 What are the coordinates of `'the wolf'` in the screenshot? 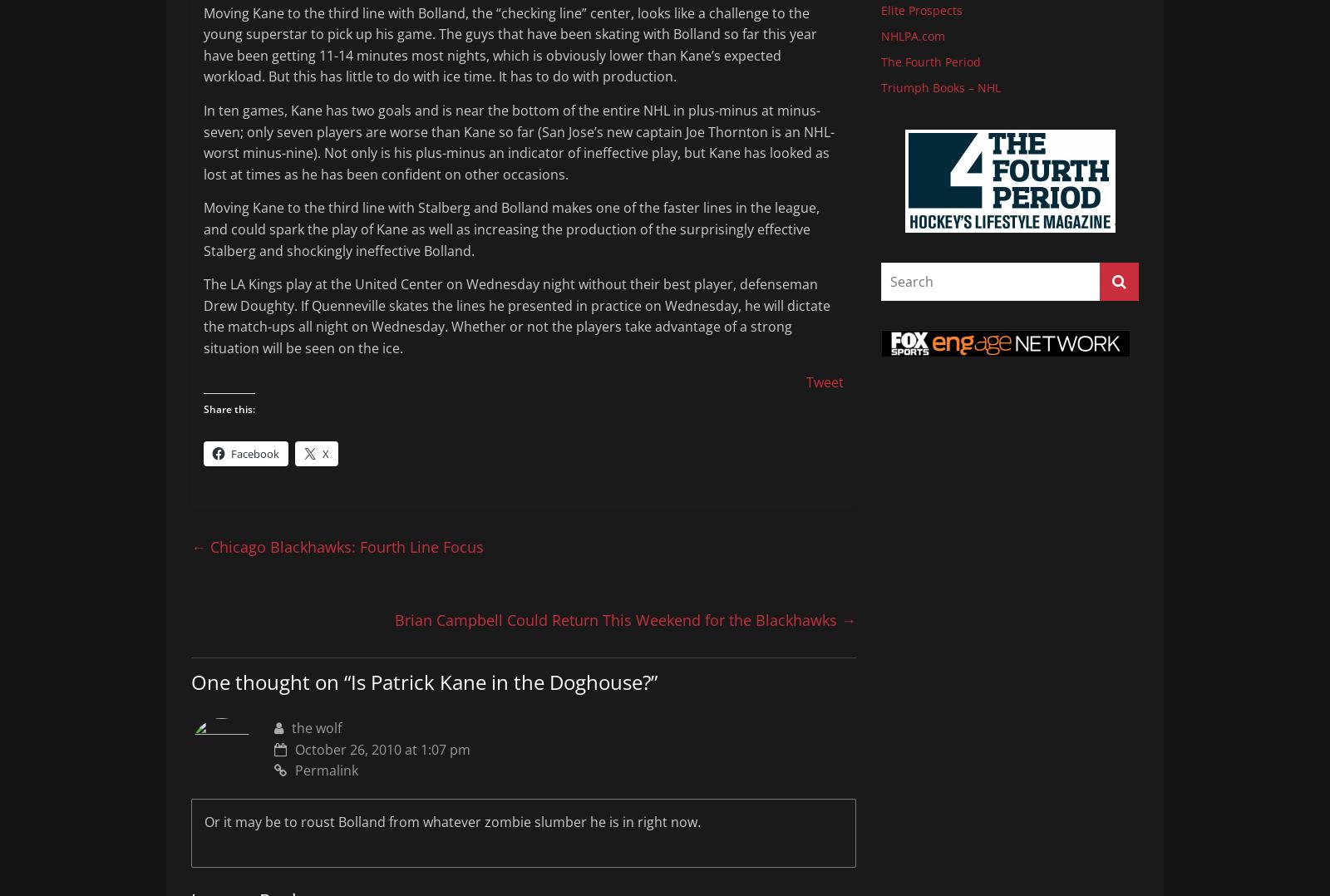 It's located at (316, 726).